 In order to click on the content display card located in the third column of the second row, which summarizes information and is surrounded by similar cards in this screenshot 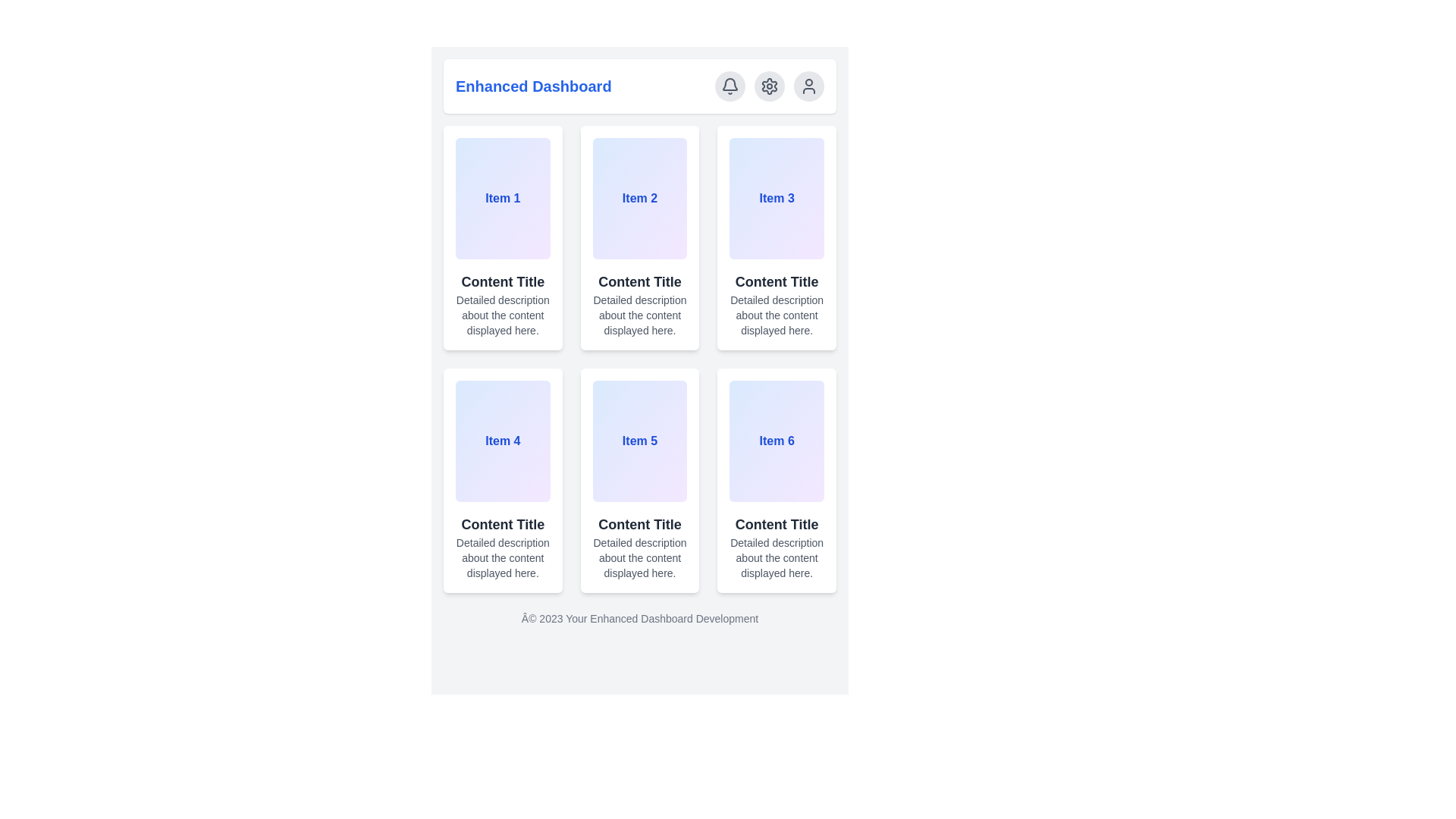, I will do `click(777, 480)`.